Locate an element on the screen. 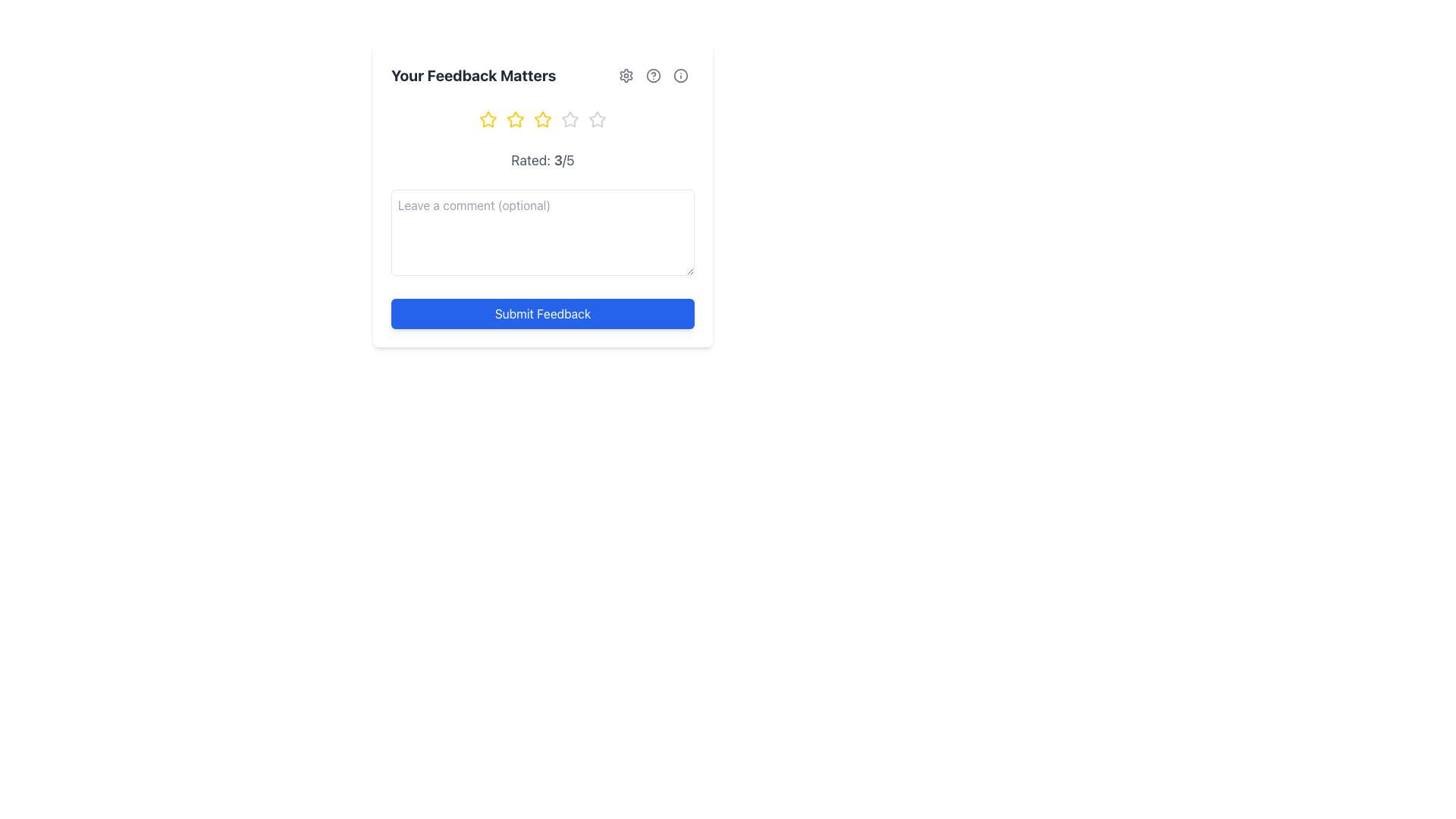 The width and height of the screenshot is (1456, 819). the second star icon in the rating system to set the rating is located at coordinates (488, 119).